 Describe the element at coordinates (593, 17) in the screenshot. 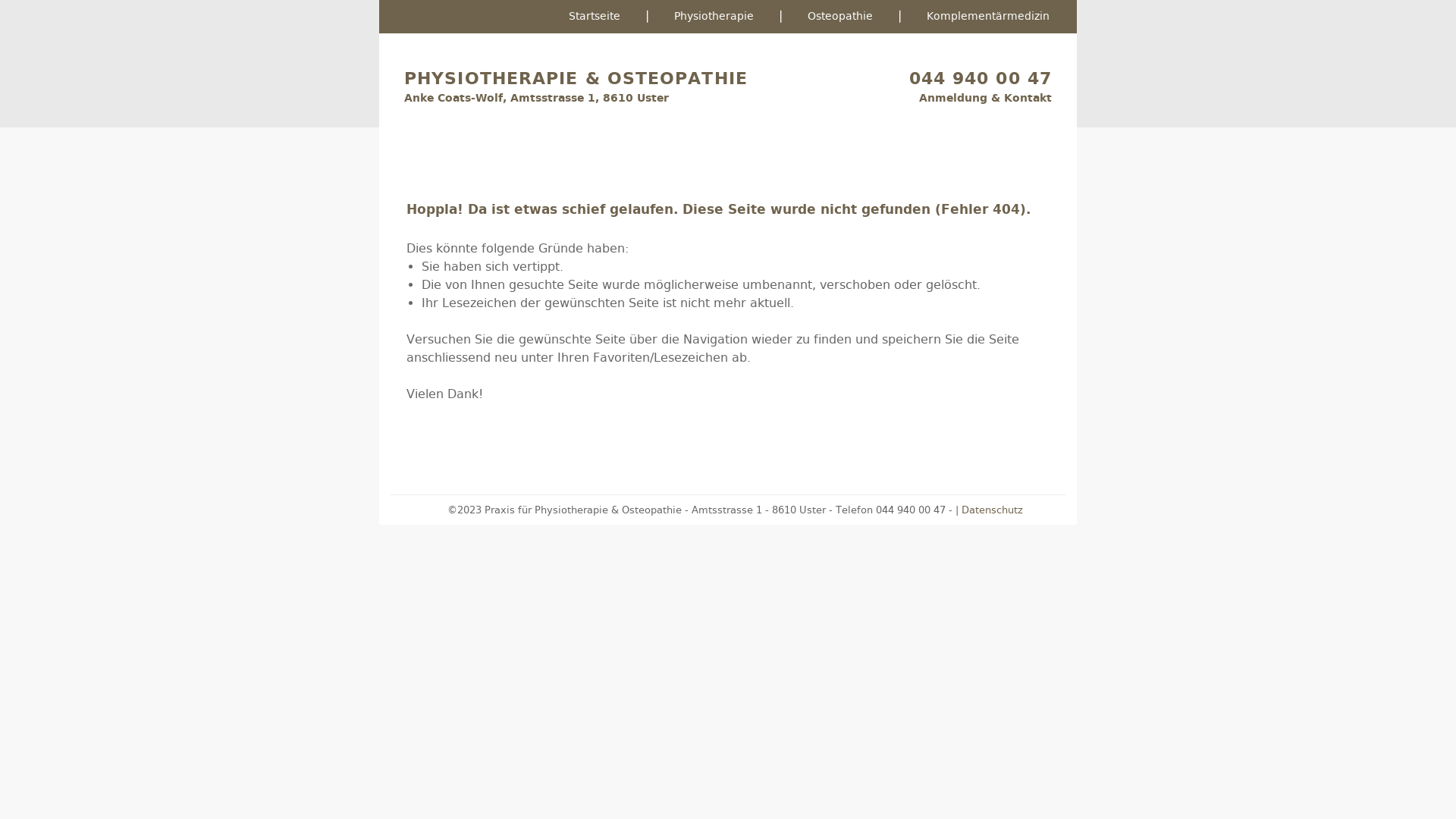

I see `'Startseite'` at that location.